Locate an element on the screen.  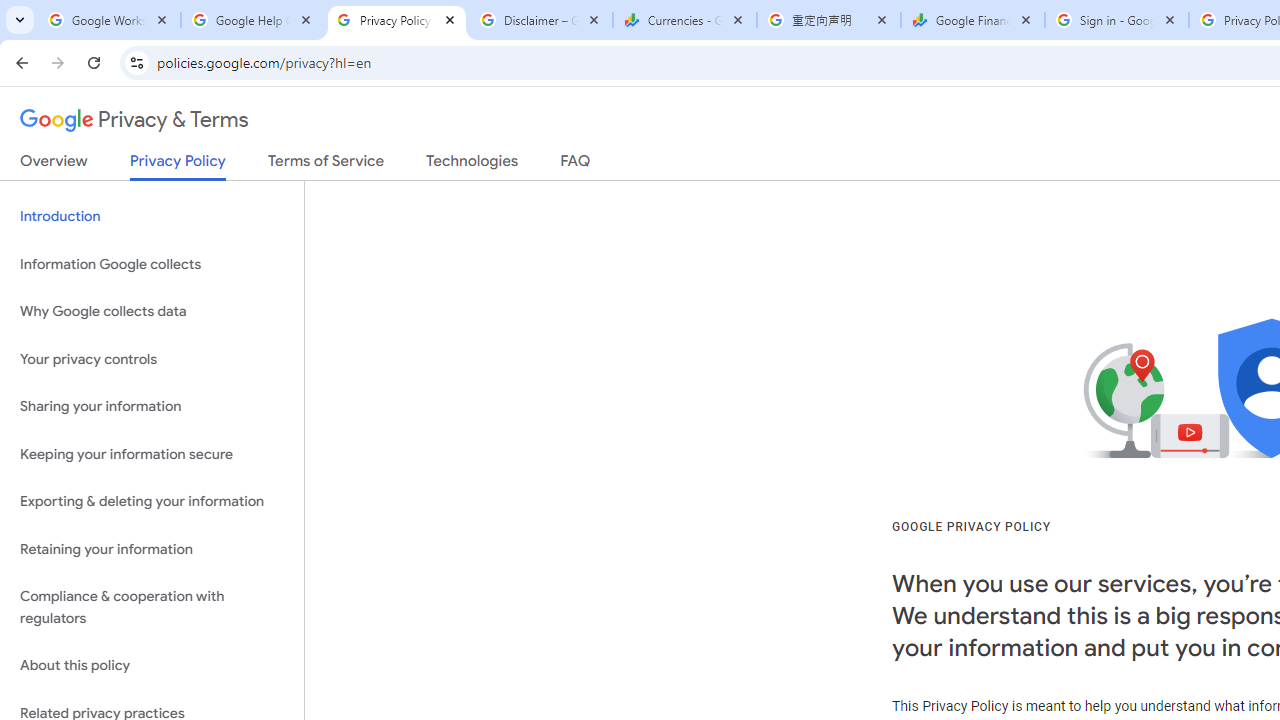
'Exporting & deleting your information' is located at coordinates (151, 501).